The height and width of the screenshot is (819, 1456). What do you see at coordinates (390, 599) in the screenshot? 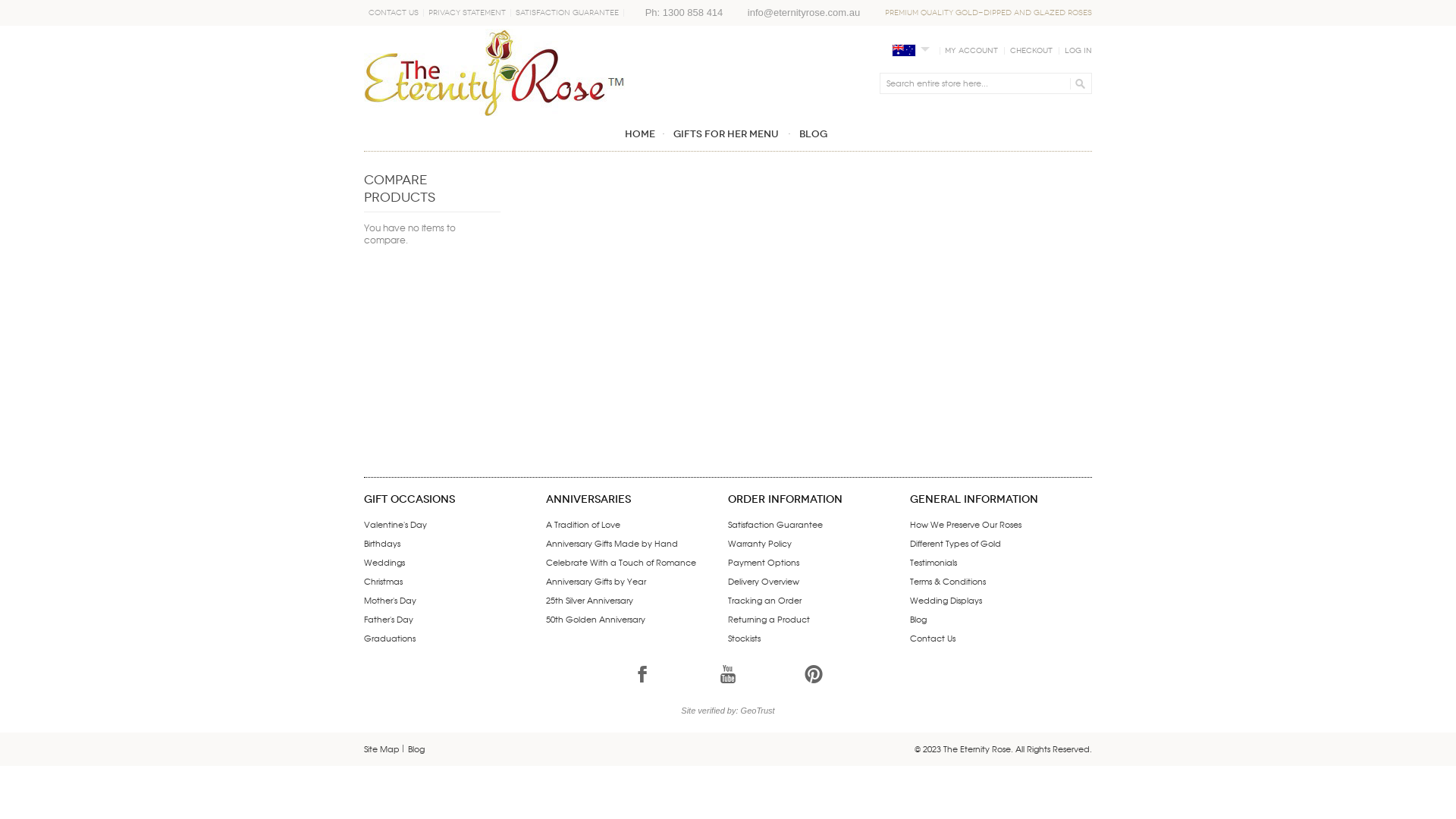
I see `'Mother's Day'` at bounding box center [390, 599].